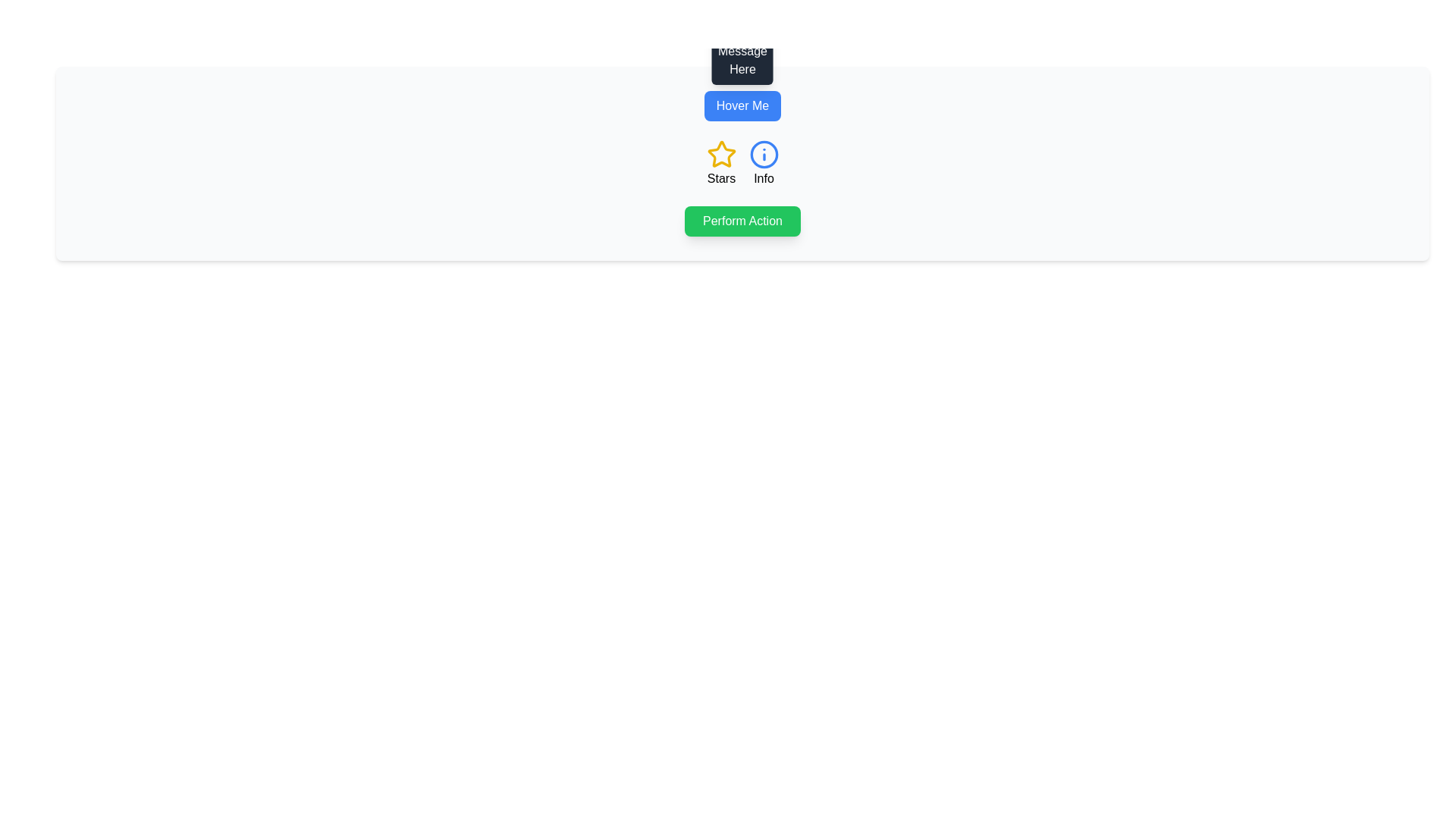 This screenshot has height=819, width=1456. I want to click on the star-shaped icon with a yellow outline located next to the 'Stars' label and to the left of the circular 'Info' icon, so click(720, 155).